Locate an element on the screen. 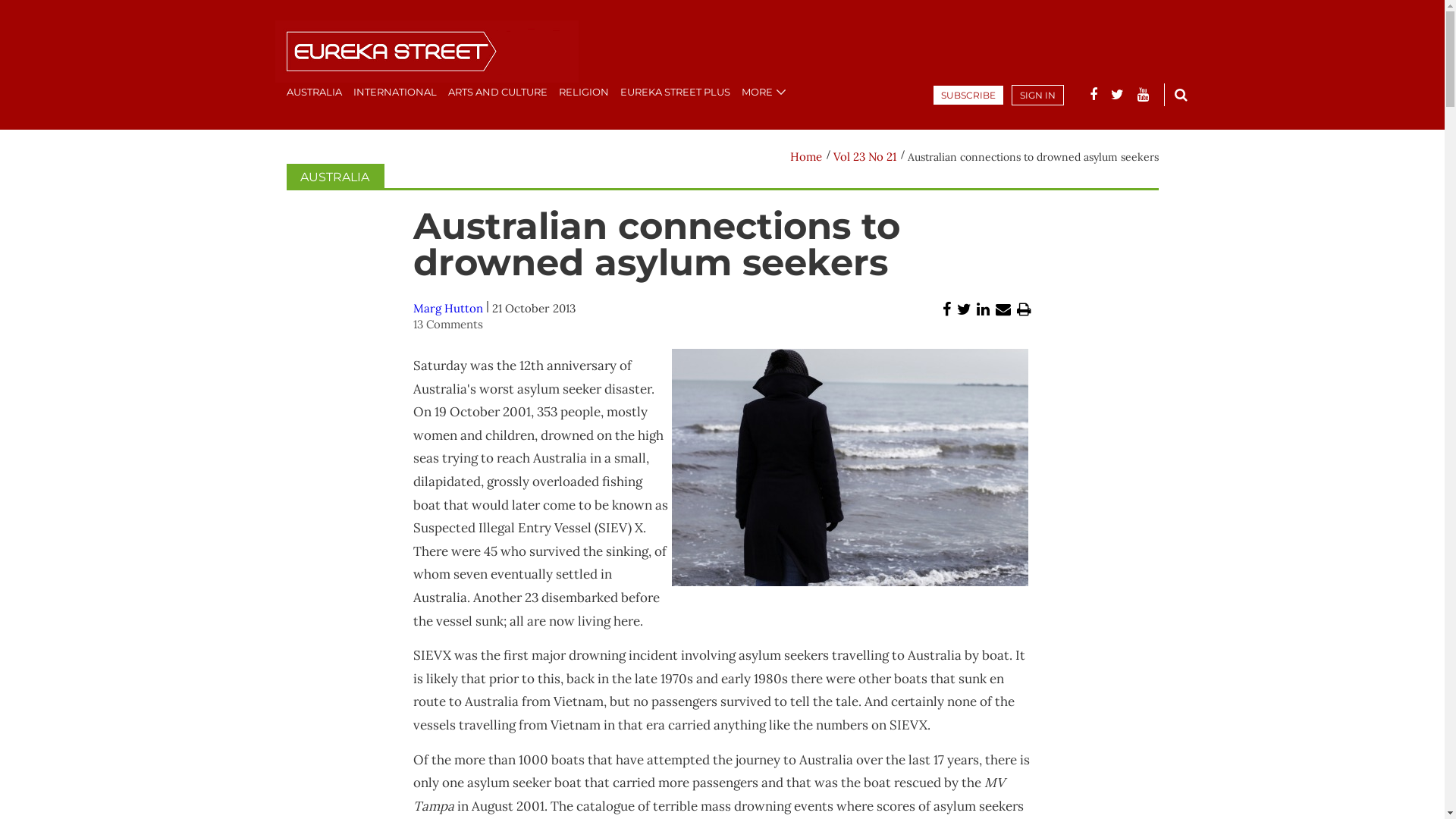 This screenshot has height=819, width=1456. 'LinkedIn' is located at coordinates (983, 309).